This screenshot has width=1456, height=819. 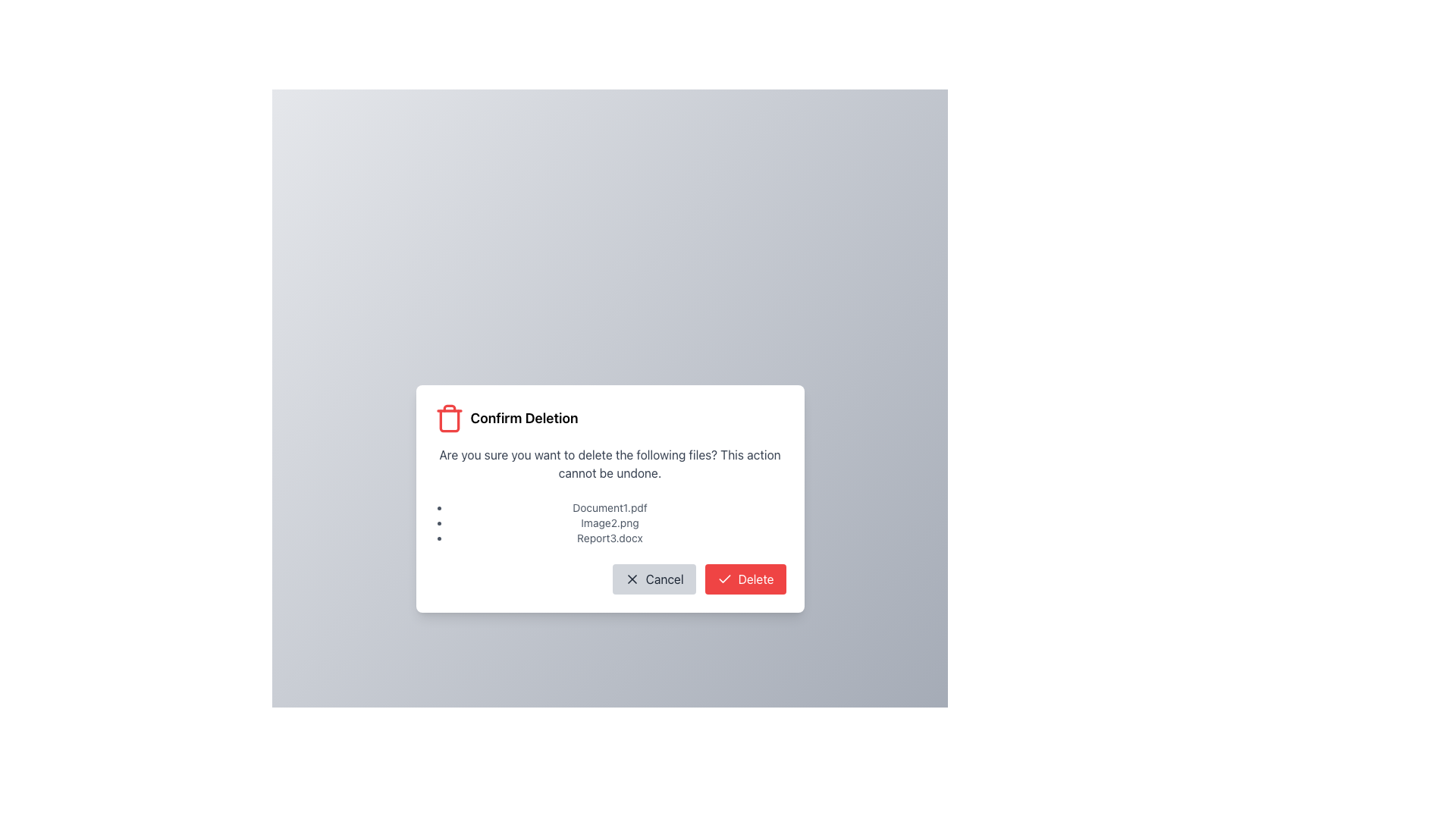 What do you see at coordinates (610, 463) in the screenshot?
I see `the text label stating 'Are you sure you want to delete the following files? This action cannot be undone.' which is located below the title 'Confirm Deletion' and above the listed files` at bounding box center [610, 463].